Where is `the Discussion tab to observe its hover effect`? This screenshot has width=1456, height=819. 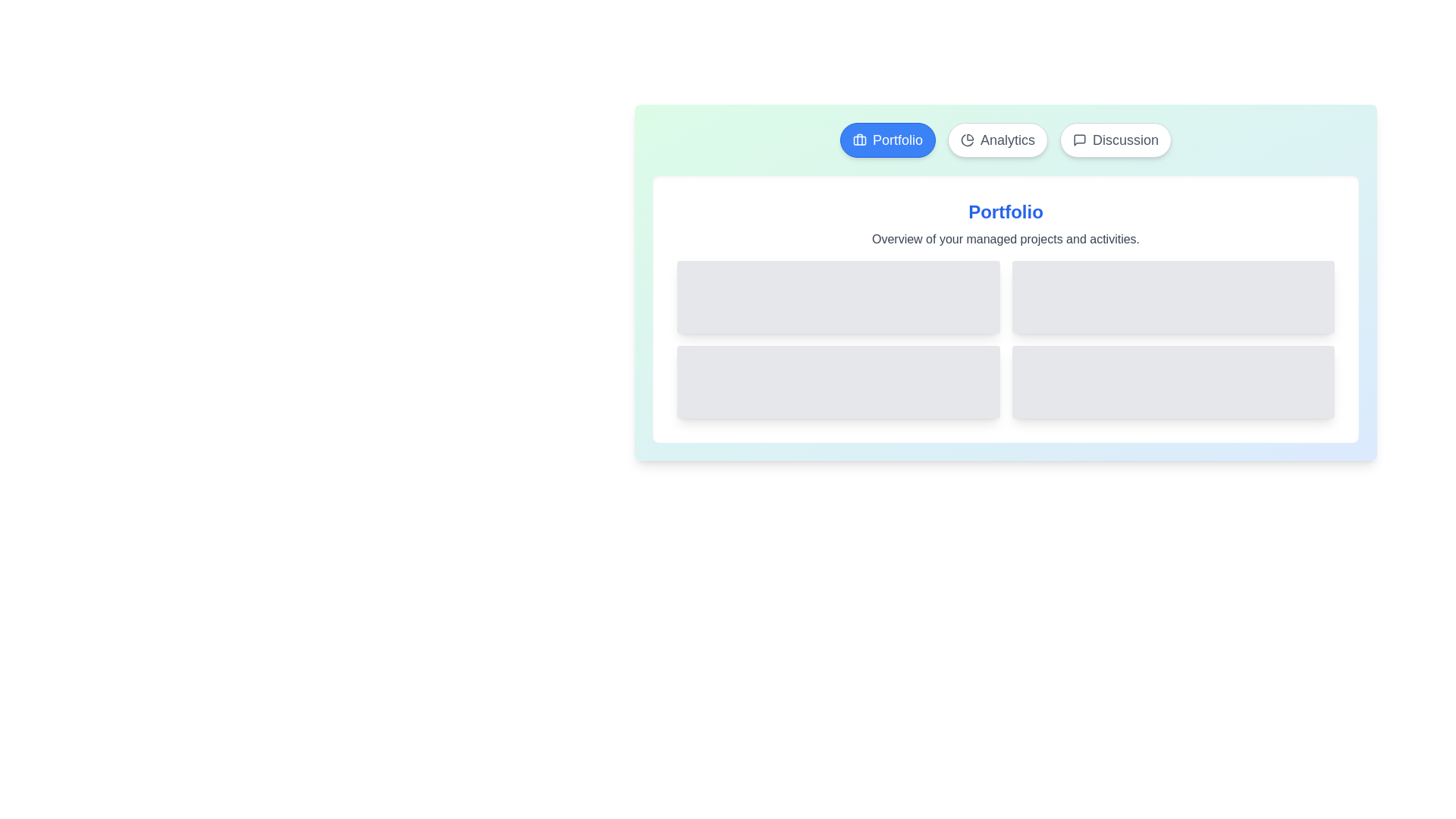 the Discussion tab to observe its hover effect is located at coordinates (1116, 140).